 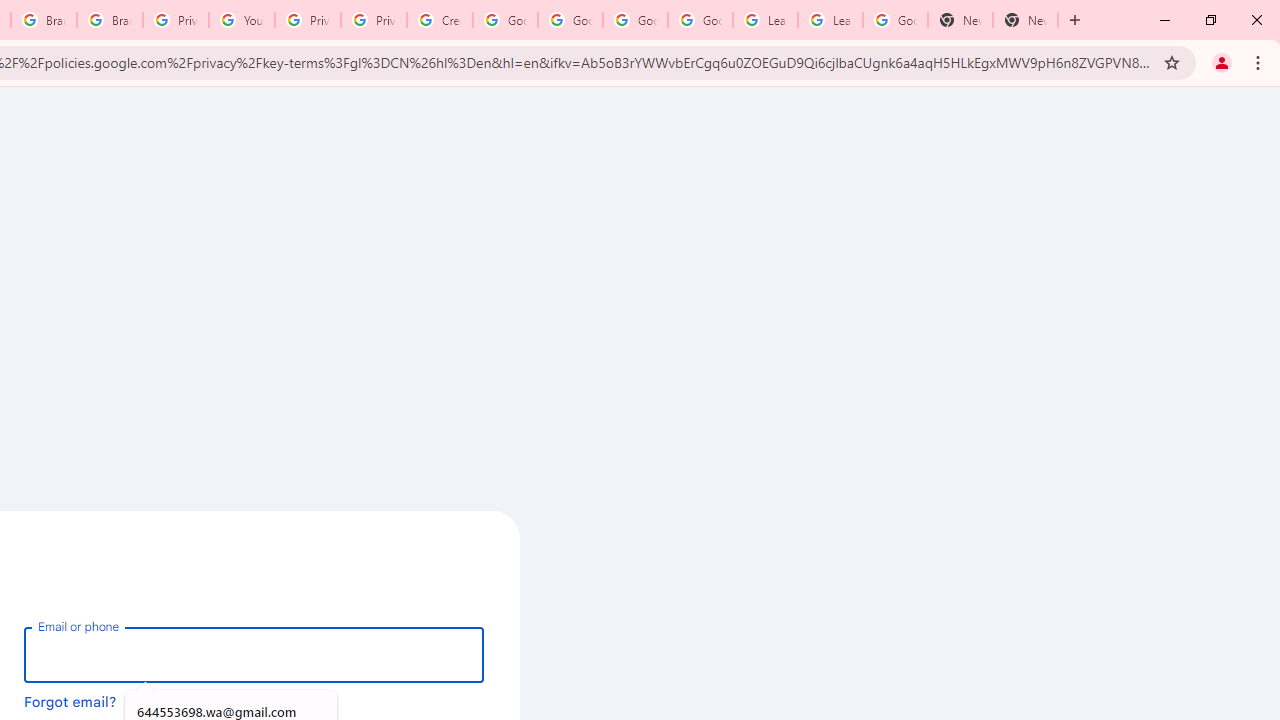 What do you see at coordinates (44, 20) in the screenshot?
I see `'Brand Resource Center'` at bounding box center [44, 20].